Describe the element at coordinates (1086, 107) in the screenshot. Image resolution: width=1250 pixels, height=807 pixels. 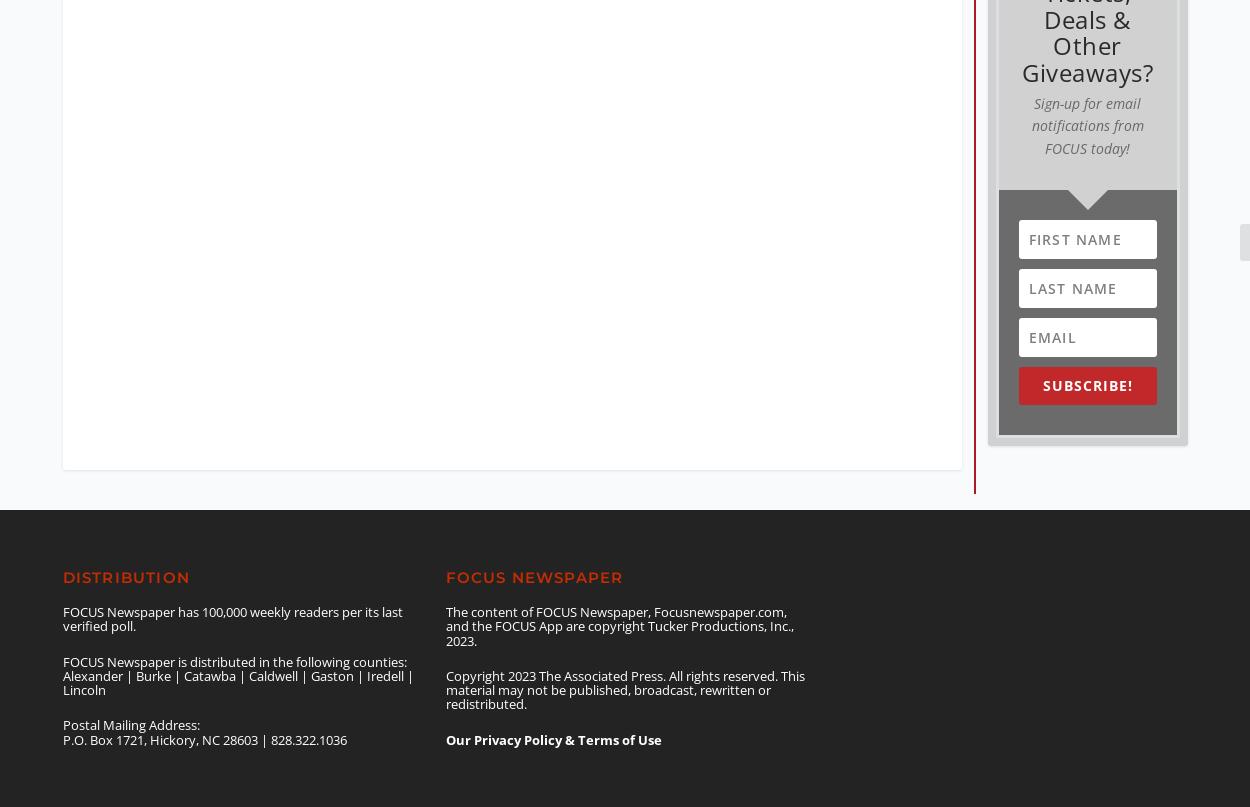
I see `'Sign-up for email notifications from FOCUS today!'` at that location.